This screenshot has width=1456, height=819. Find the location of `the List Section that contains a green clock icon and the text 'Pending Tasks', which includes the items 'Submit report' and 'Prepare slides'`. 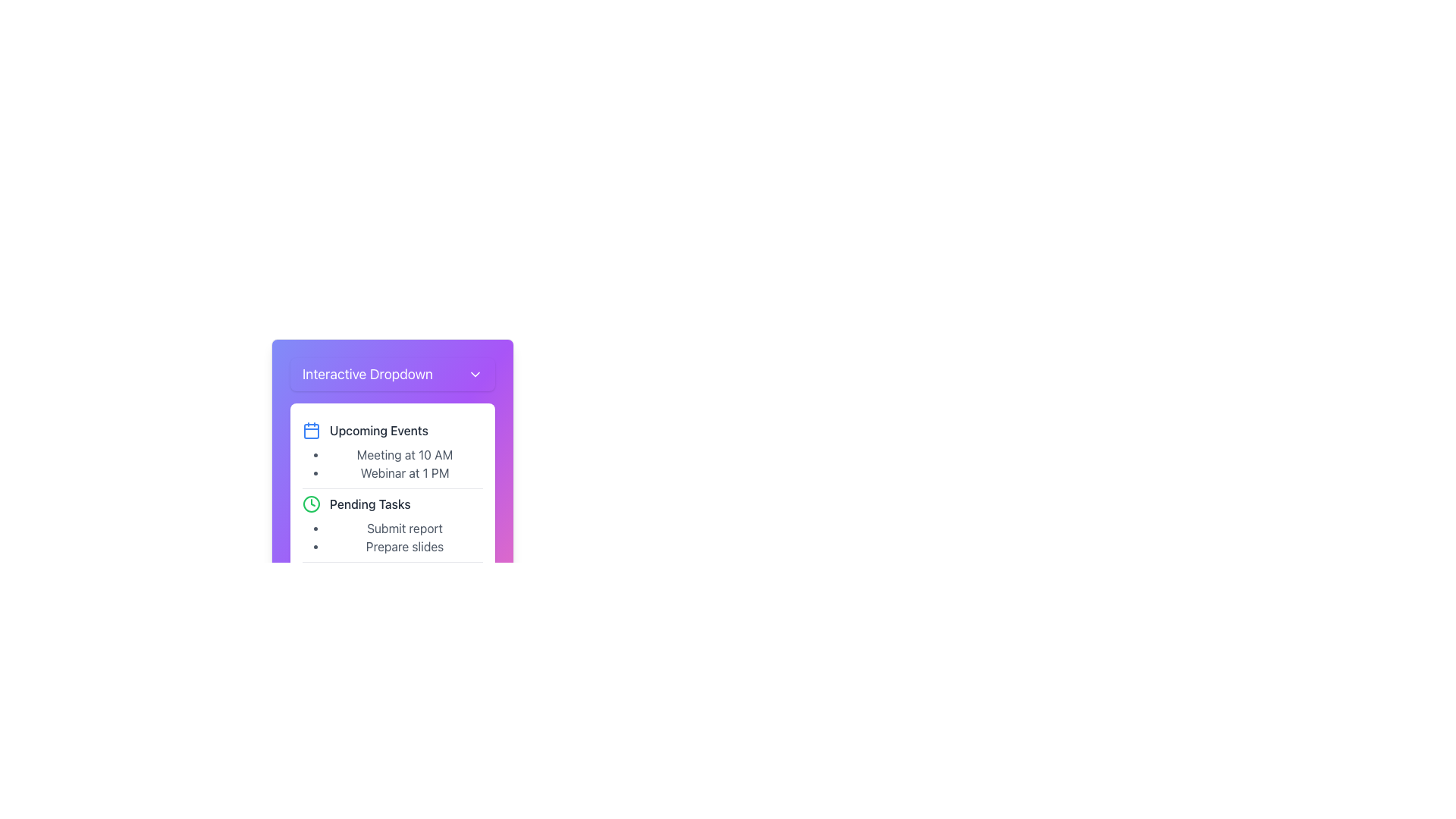

the List Section that contains a green clock icon and the text 'Pending Tasks', which includes the items 'Submit report' and 'Prepare slides' is located at coordinates (393, 523).